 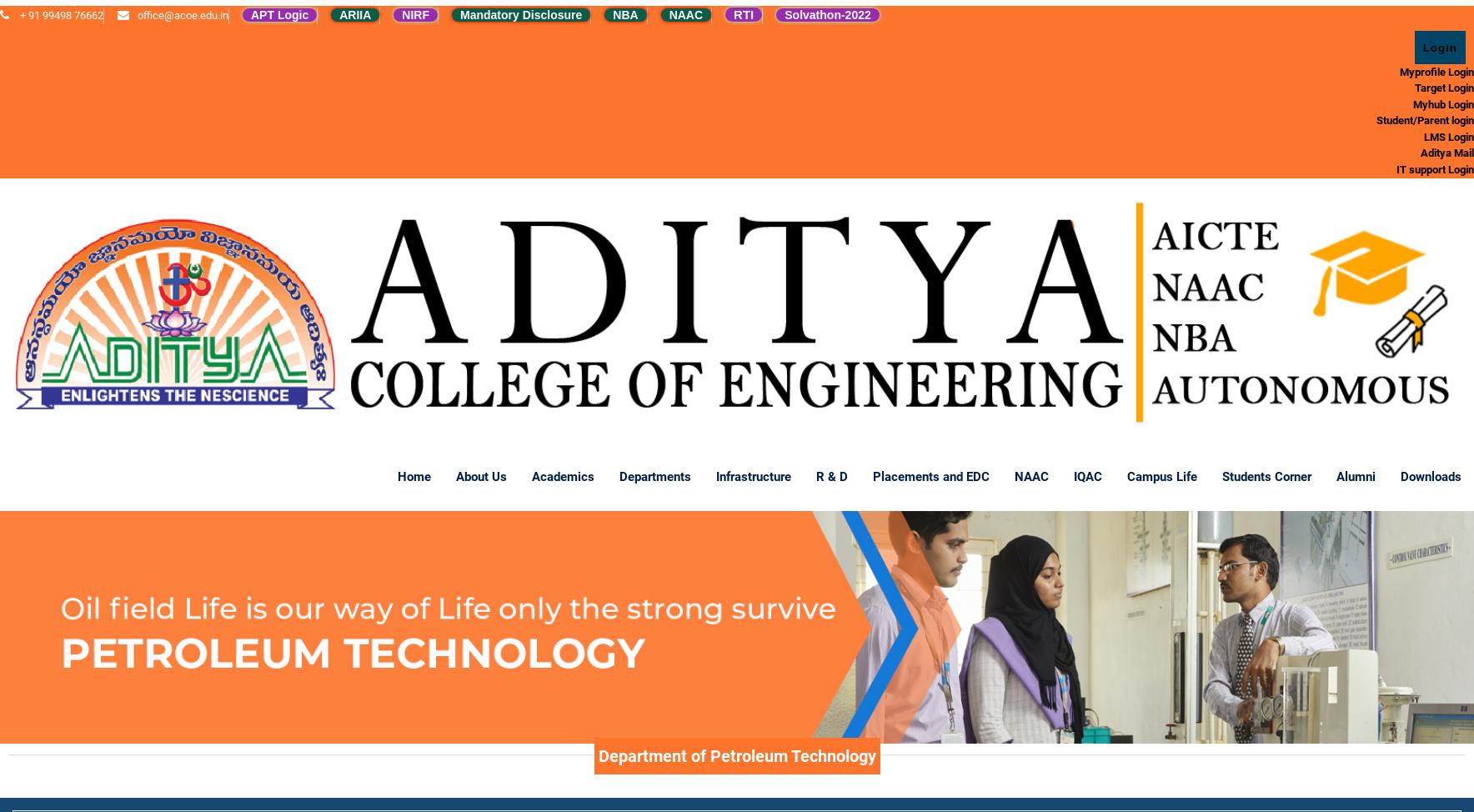 What do you see at coordinates (612, 15) in the screenshot?
I see `'NBA'` at bounding box center [612, 15].